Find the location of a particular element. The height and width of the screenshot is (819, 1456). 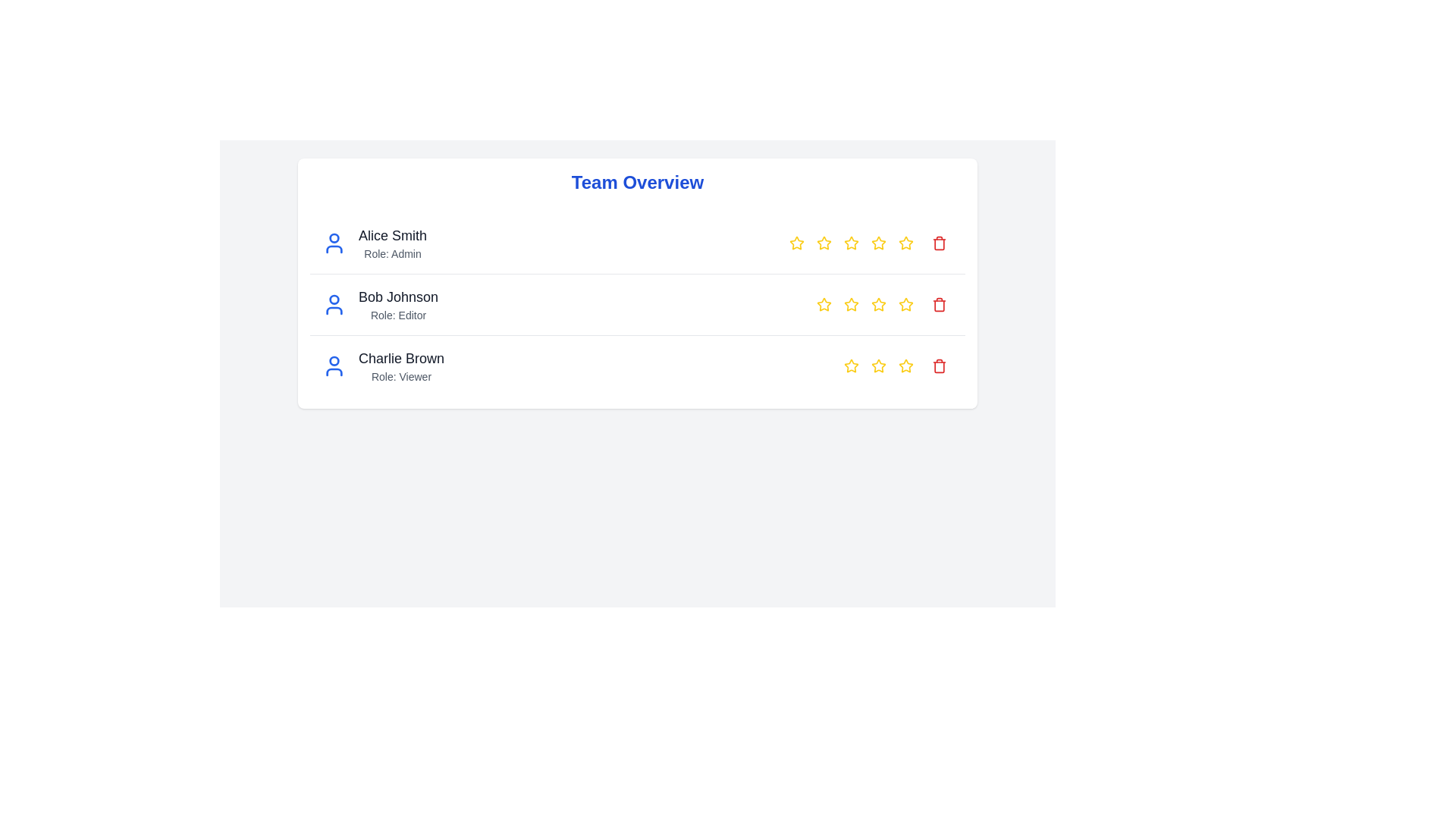

the decorative vector graphic component of the blue user icon for 'Charlie Brown' in the 'Team Overview' list, located beneath the circular head of the icon is located at coordinates (334, 372).